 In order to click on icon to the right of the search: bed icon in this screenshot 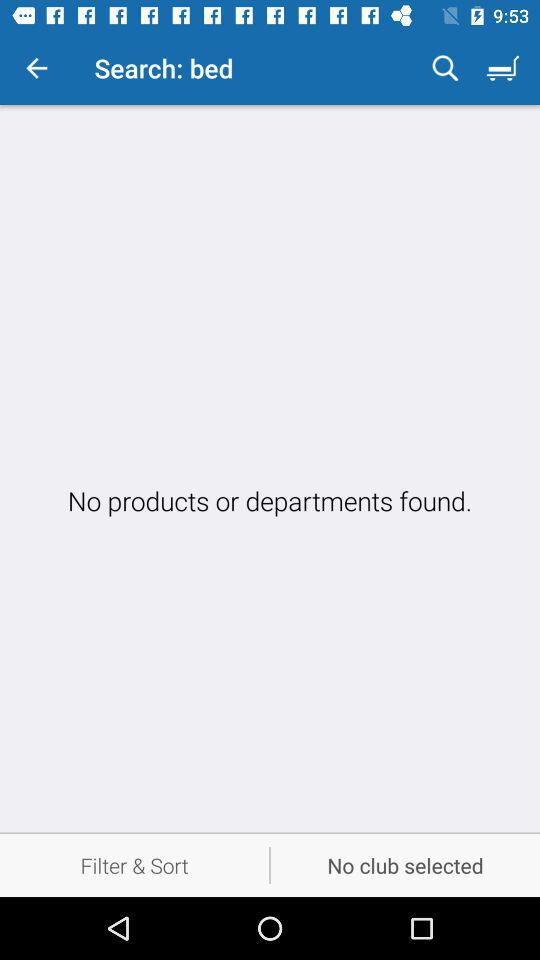, I will do `click(445, 68)`.